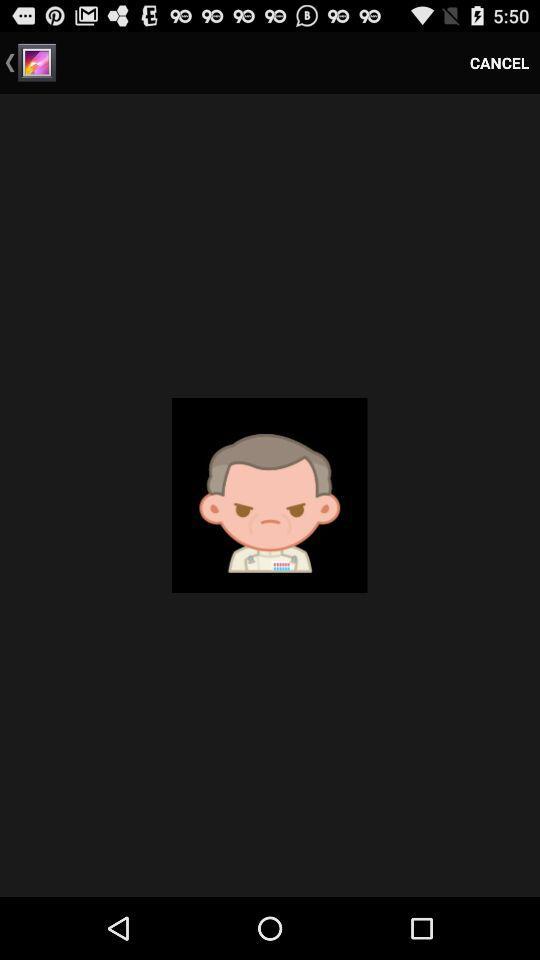  I want to click on the item at the top right corner, so click(498, 62).